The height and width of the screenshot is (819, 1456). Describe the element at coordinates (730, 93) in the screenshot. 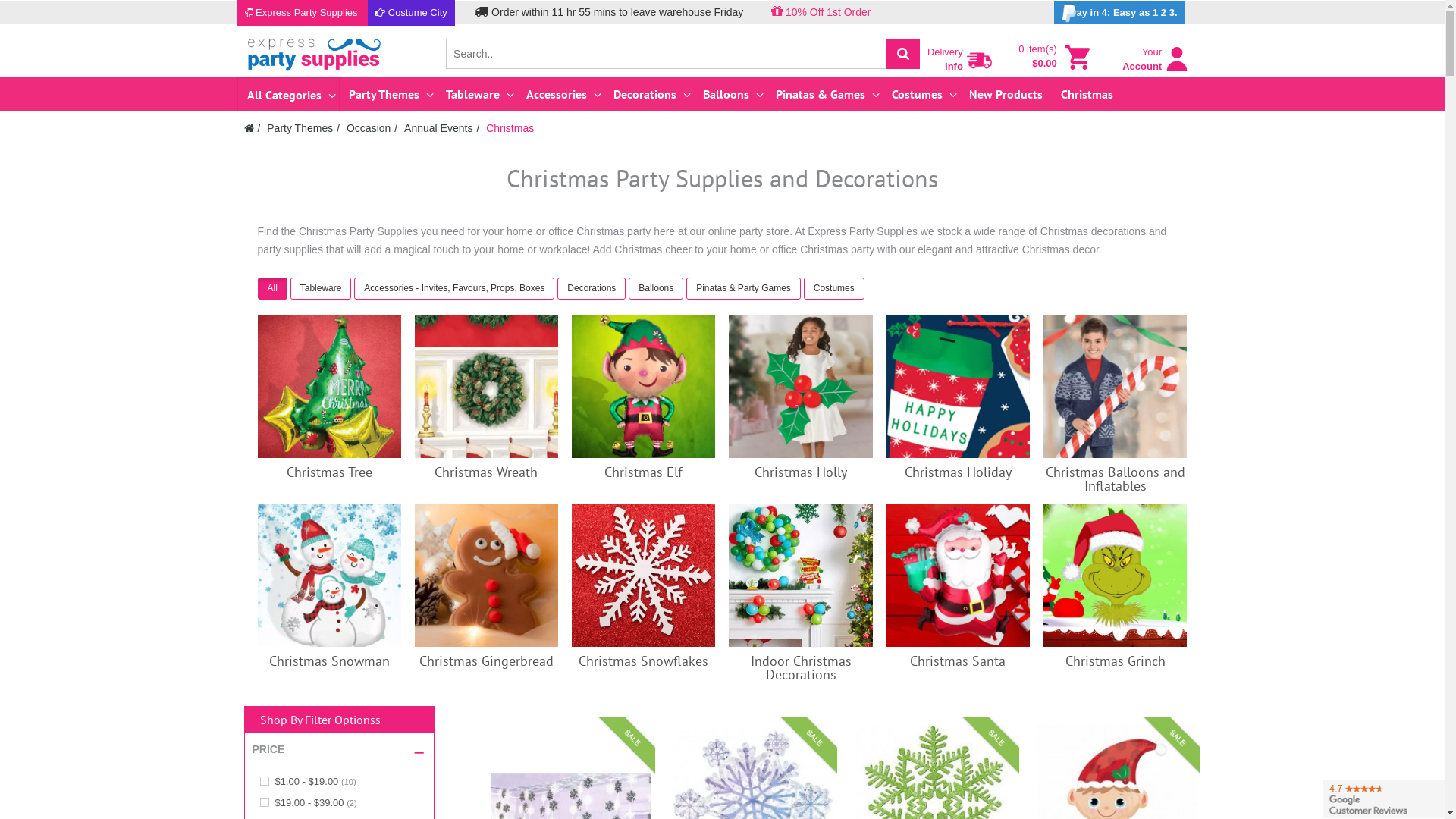

I see `'Balloons'` at that location.